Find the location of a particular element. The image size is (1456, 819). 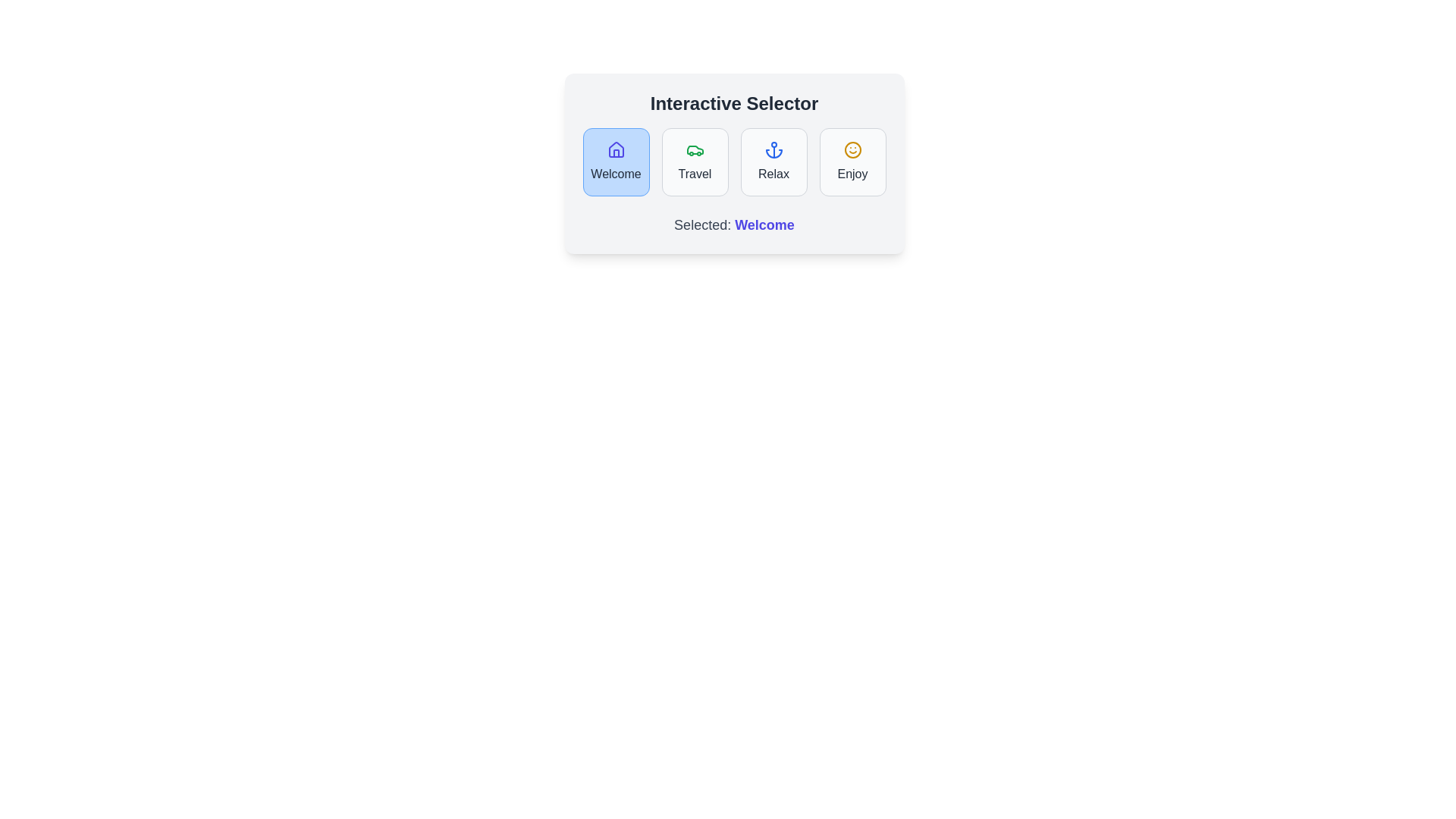

the interactive card labeled 'Enjoy' is located at coordinates (852, 162).